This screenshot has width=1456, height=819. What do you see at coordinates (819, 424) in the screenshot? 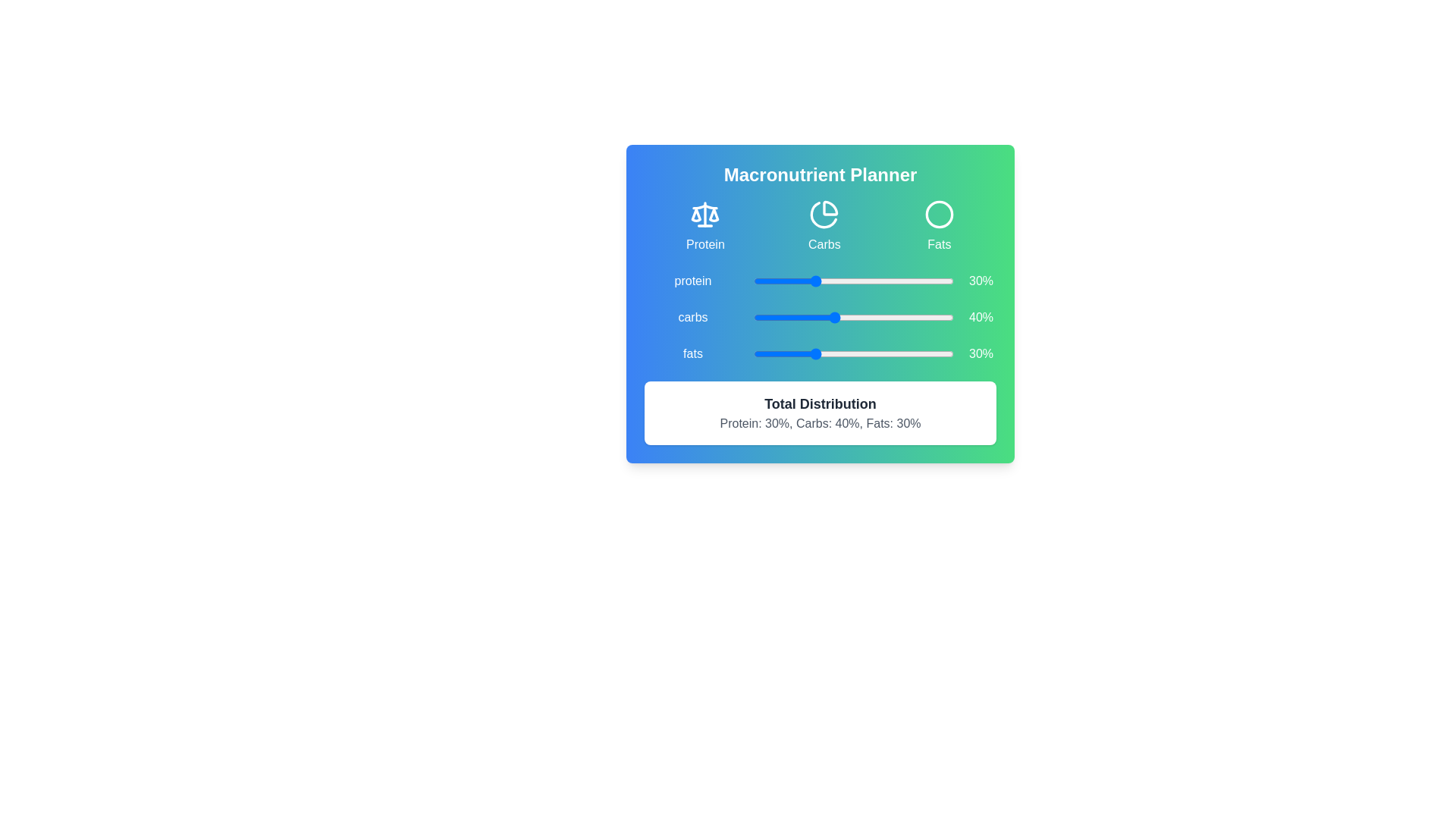
I see `the text label displaying nutritional data, which shows 'Protein: 30%, Carbs: 40%, Fats: 30%' in light gray font below the 'Total Distribution' title` at bounding box center [819, 424].